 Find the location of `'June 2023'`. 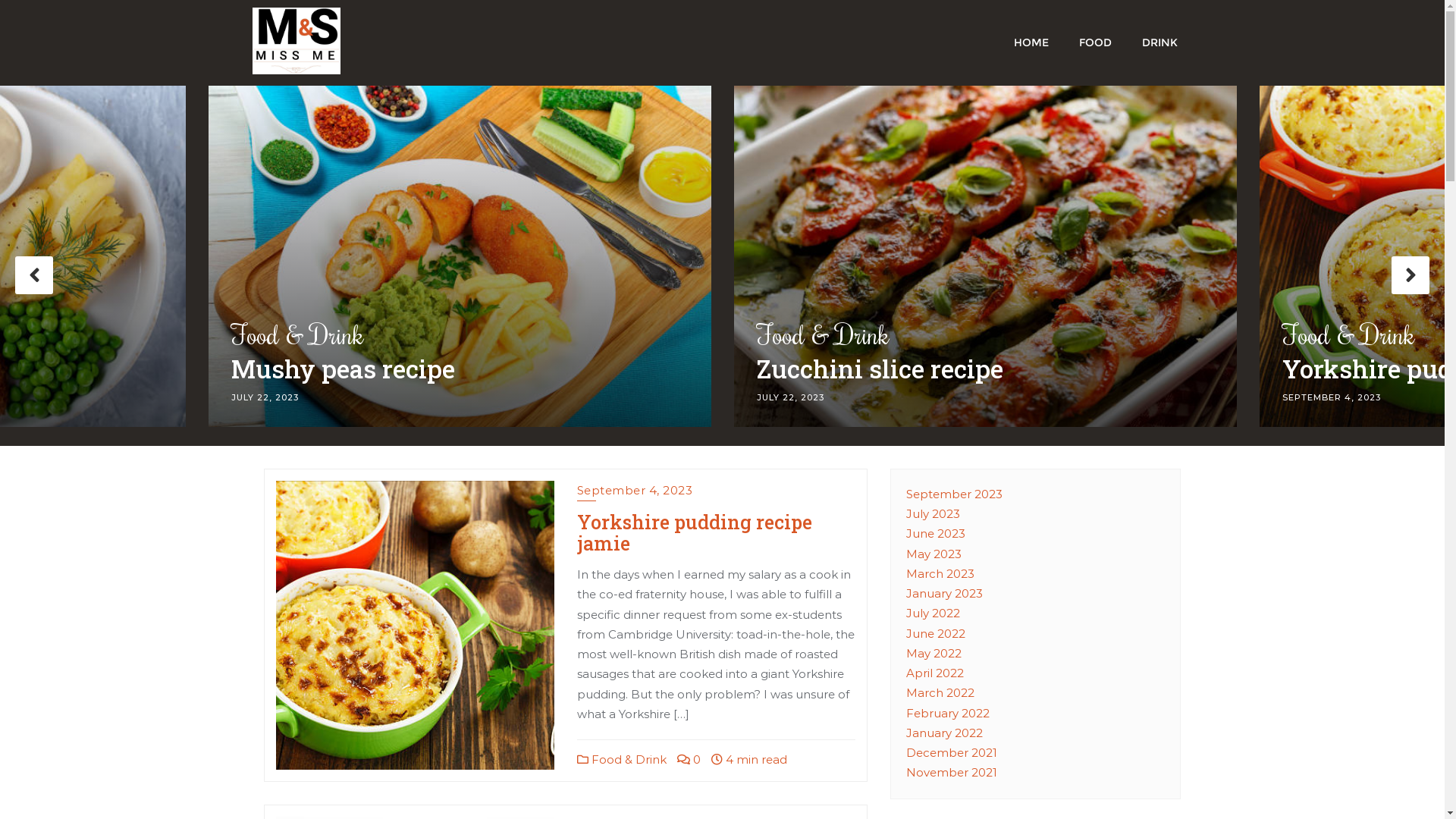

'June 2023' is located at coordinates (906, 532).